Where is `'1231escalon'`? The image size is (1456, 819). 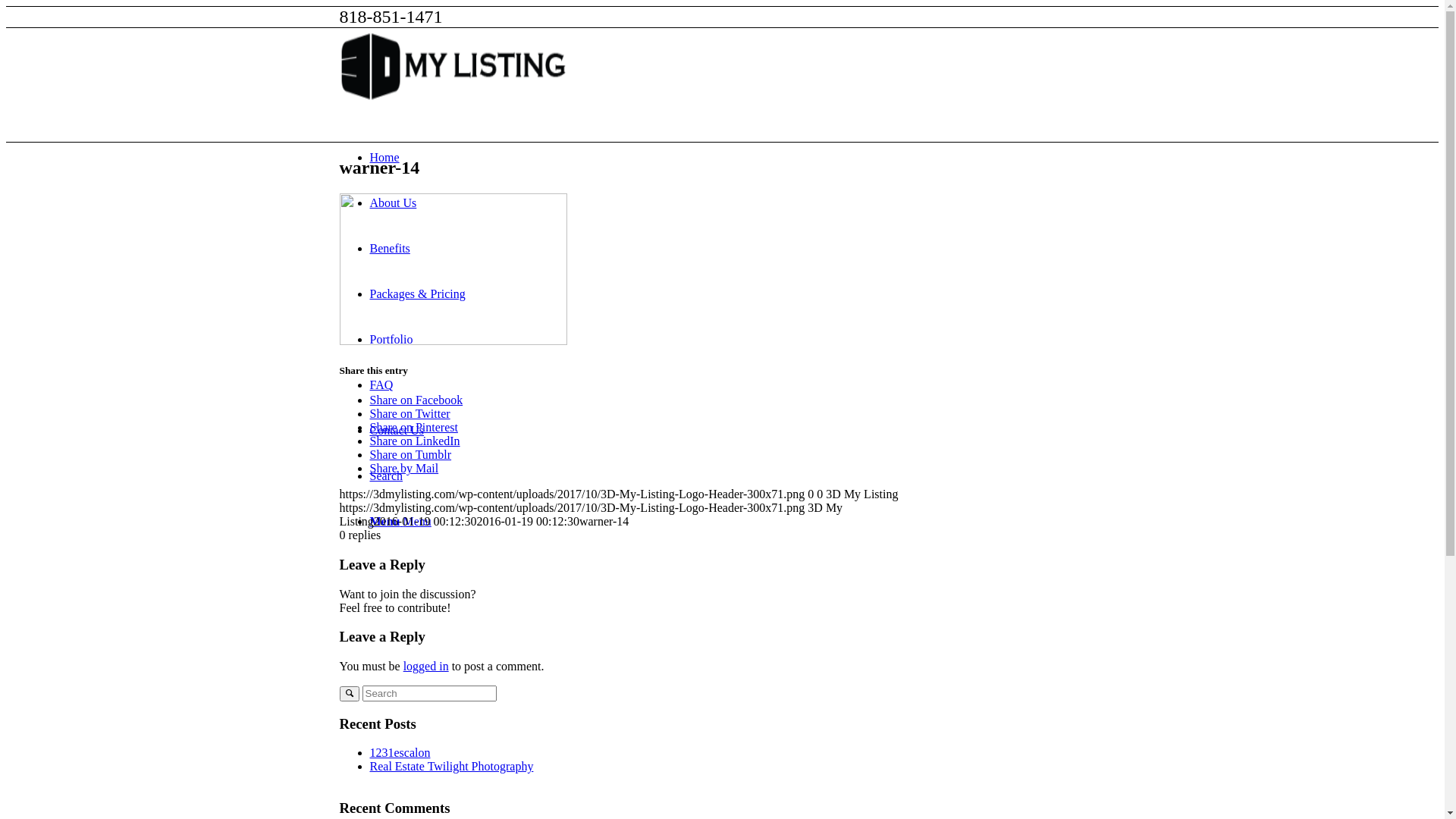
'1231escalon' is located at coordinates (400, 752).